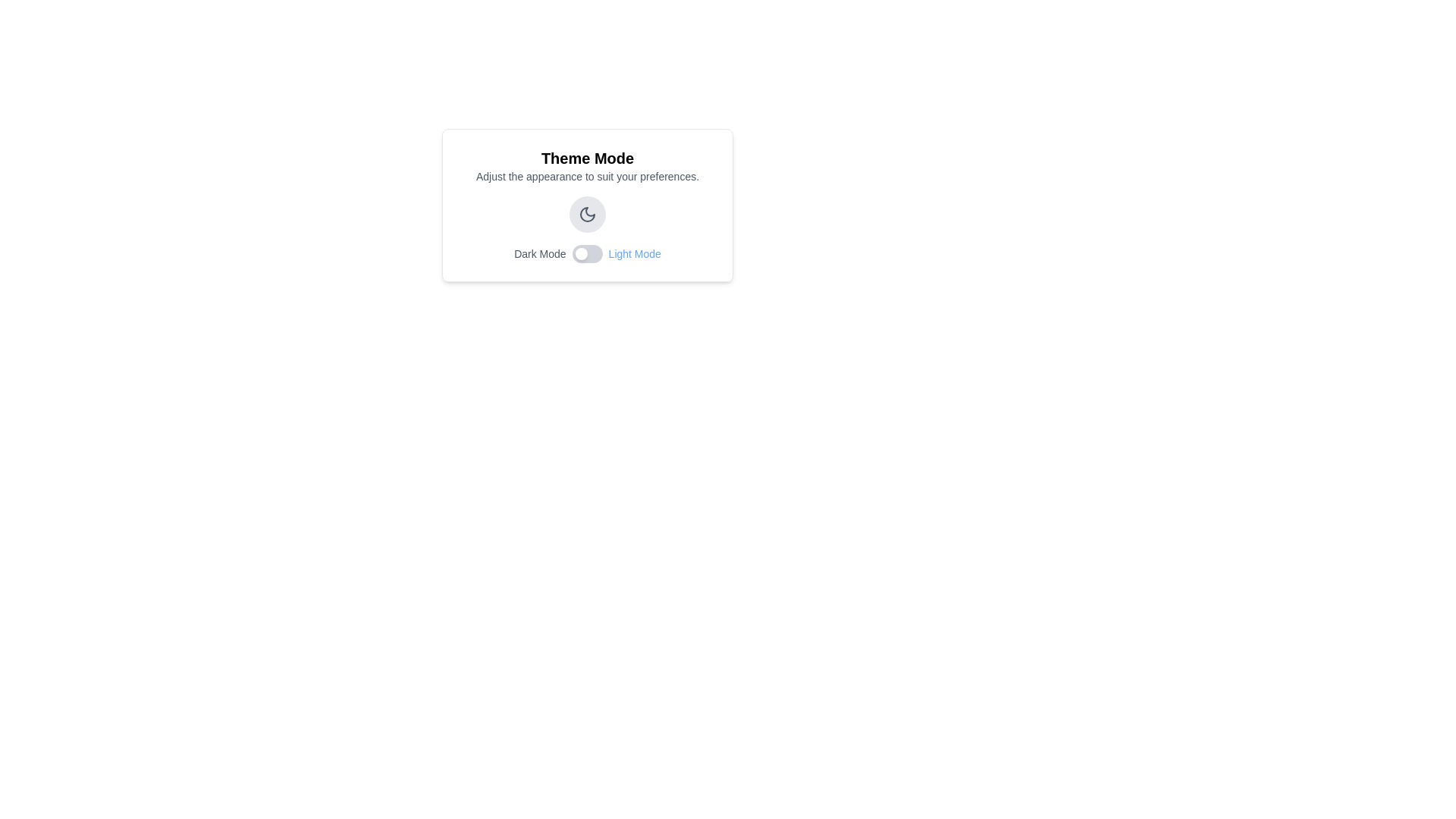 Image resolution: width=1456 pixels, height=819 pixels. What do you see at coordinates (586, 214) in the screenshot?
I see `the crescent moon icon within the circular button for the dark theme mode in the 'Theme Mode' modal dialog` at bounding box center [586, 214].